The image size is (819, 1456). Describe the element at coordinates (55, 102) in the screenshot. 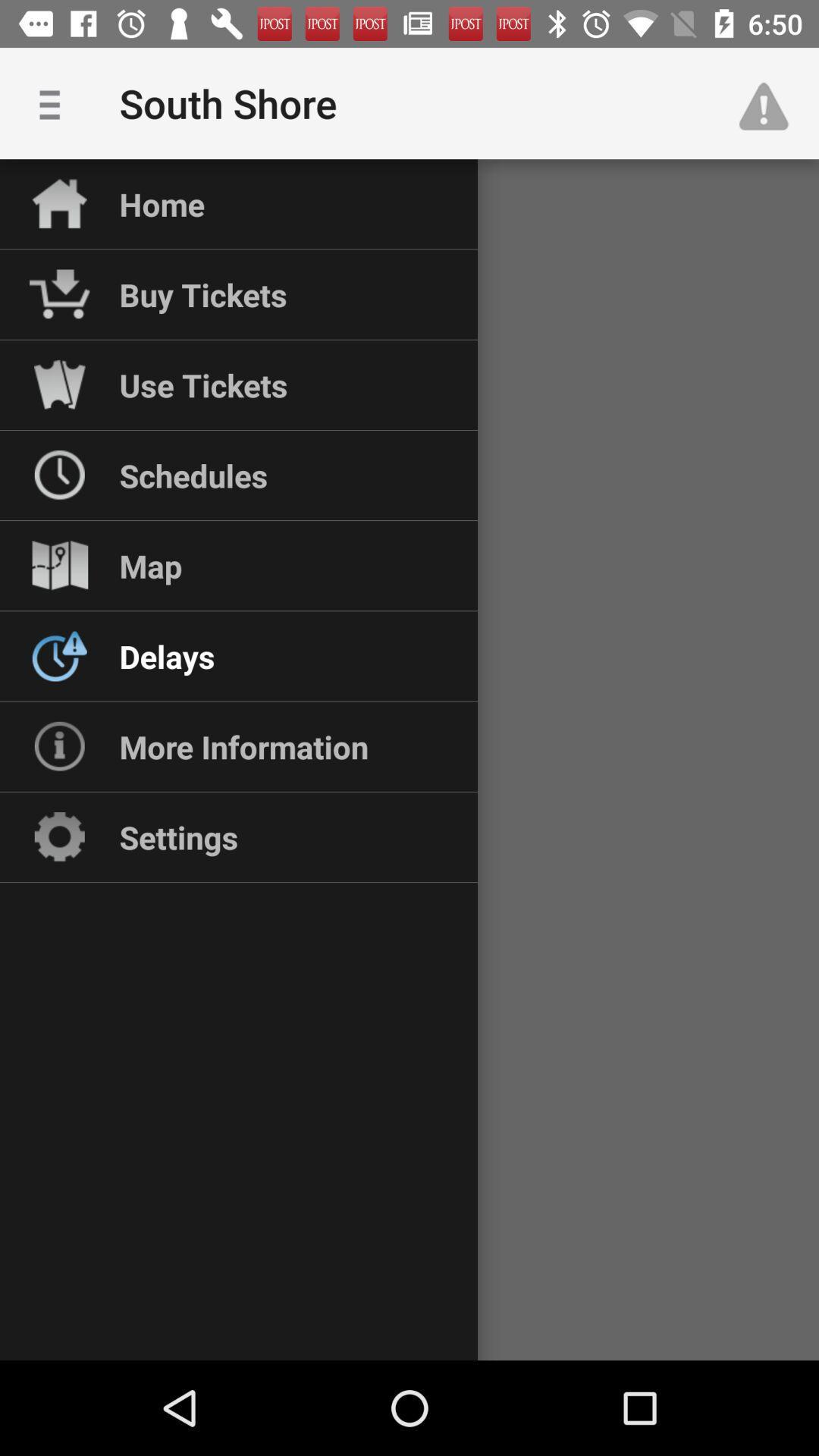

I see `the icon to the left of home icon` at that location.